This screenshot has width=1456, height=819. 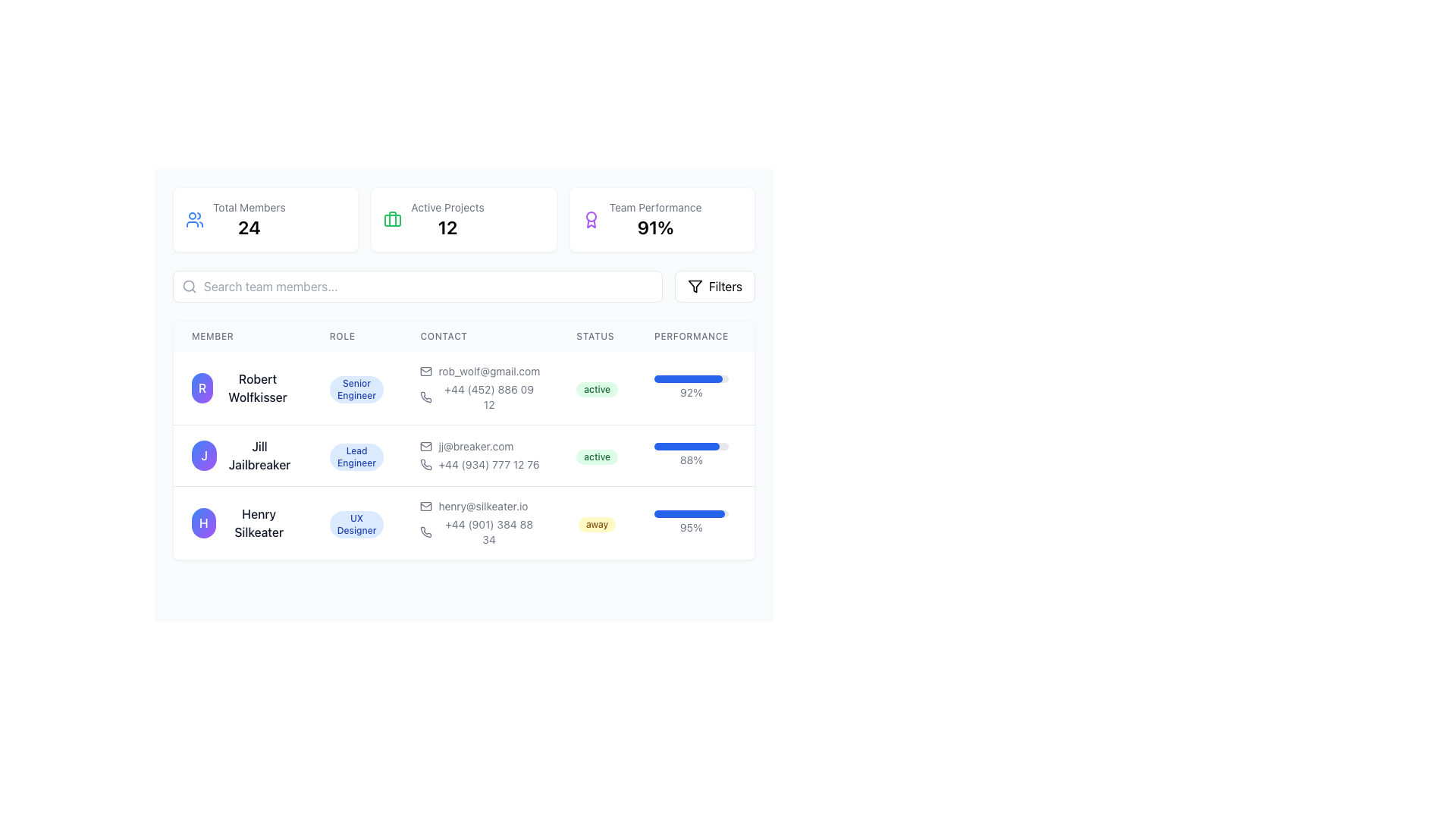 What do you see at coordinates (596, 455) in the screenshot?
I see `status text from the 'Status' column of the second row in the table, which indicates that the status is 'active'` at bounding box center [596, 455].